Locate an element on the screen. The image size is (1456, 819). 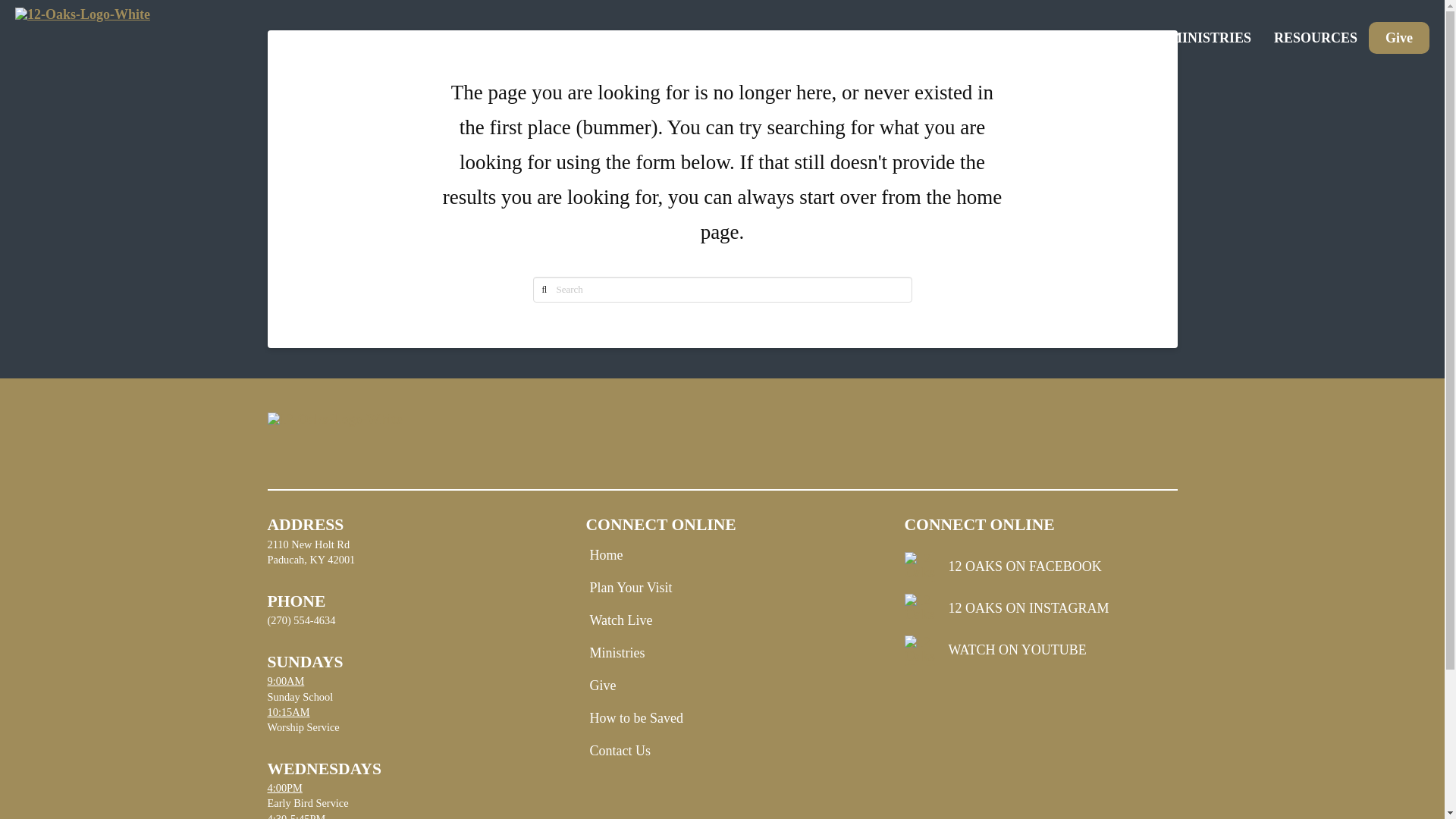
'Home' is located at coordinates (610, 555).